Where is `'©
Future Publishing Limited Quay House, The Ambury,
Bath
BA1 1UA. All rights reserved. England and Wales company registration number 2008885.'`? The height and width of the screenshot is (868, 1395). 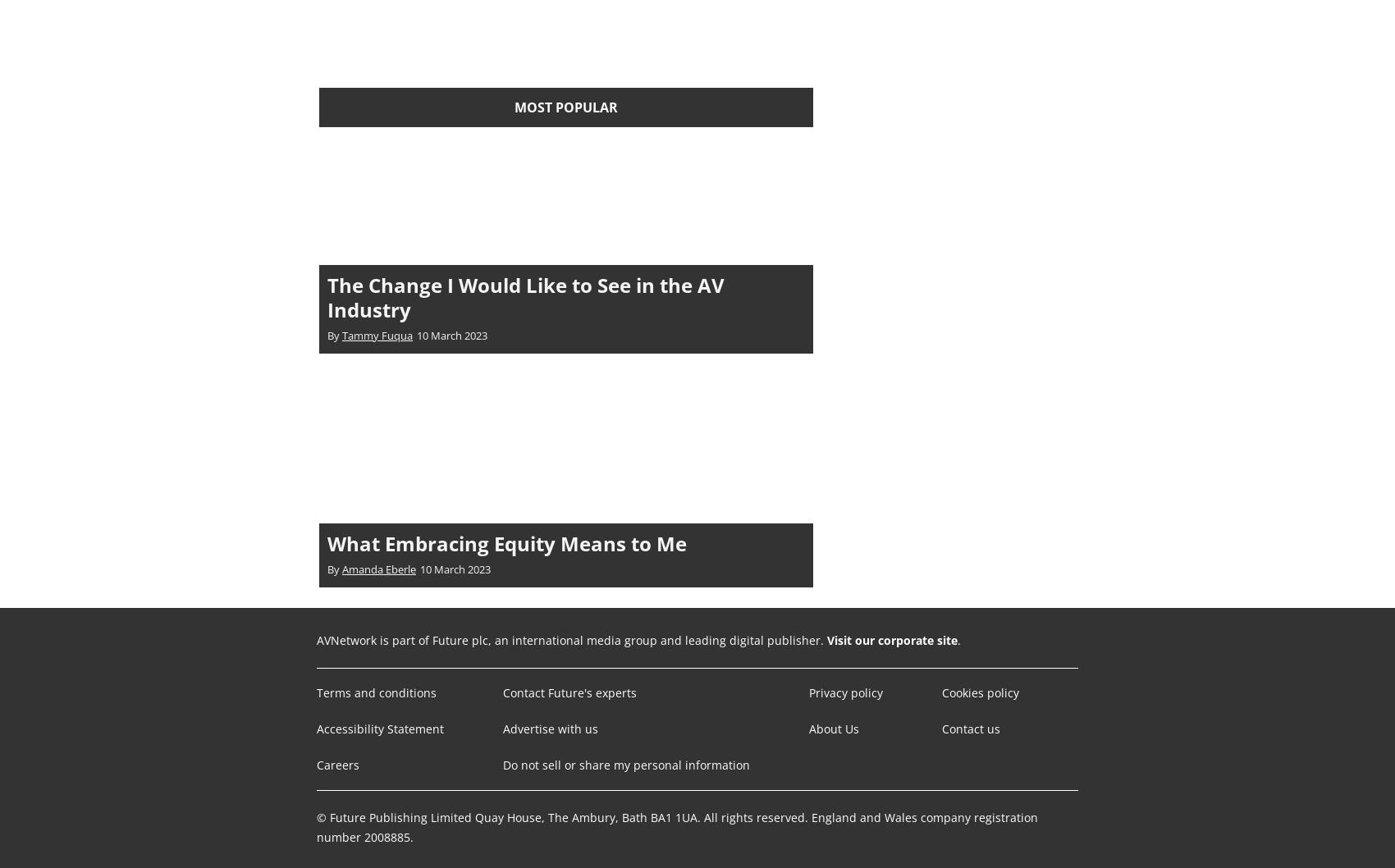
'©
Future Publishing Limited Quay House, The Ambury,
Bath
BA1 1UA. All rights reserved. England and Wales company registration number 2008885.' is located at coordinates (316, 825).